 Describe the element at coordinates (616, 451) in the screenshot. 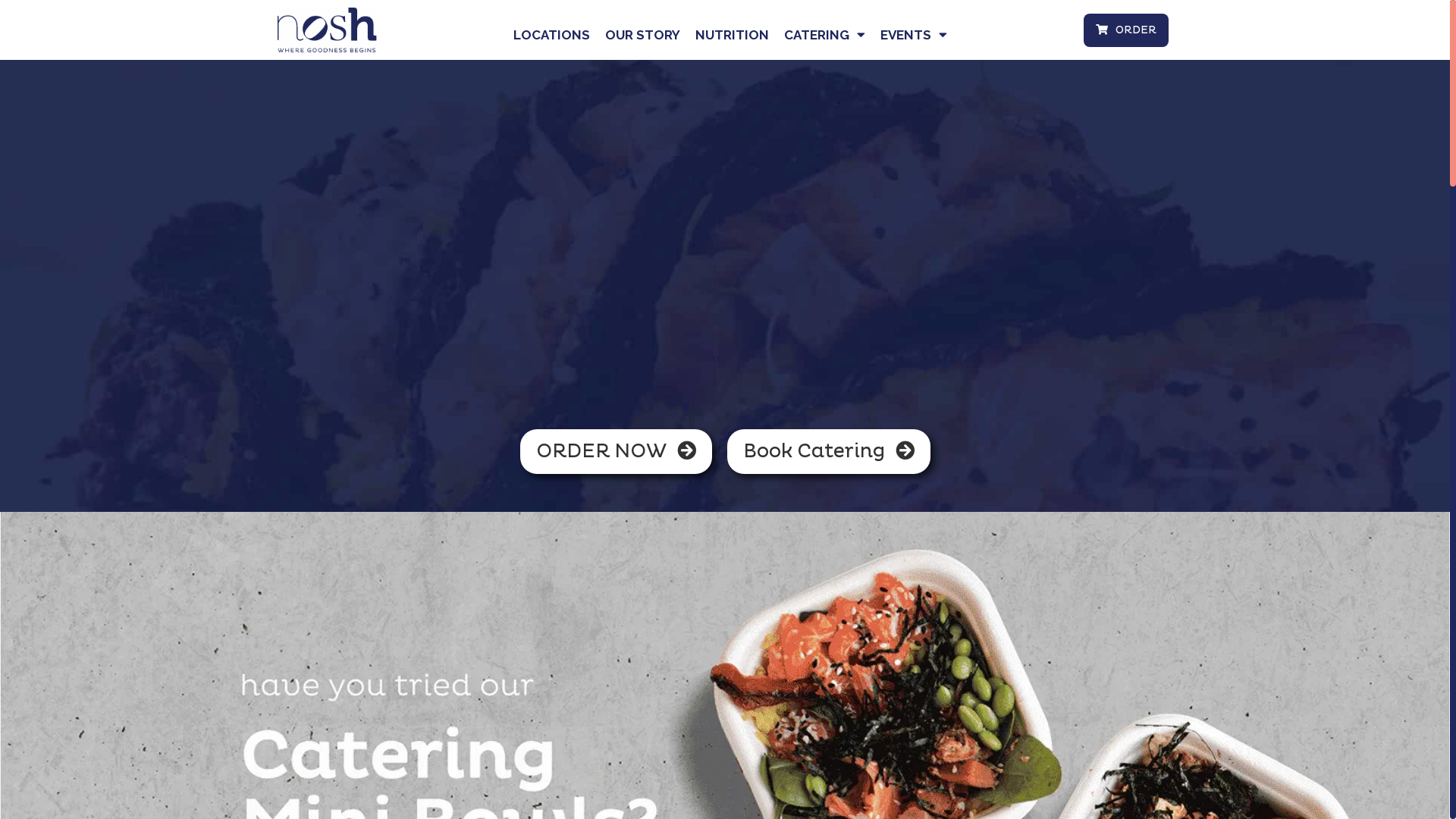

I see `'ORDER NOW'` at that location.